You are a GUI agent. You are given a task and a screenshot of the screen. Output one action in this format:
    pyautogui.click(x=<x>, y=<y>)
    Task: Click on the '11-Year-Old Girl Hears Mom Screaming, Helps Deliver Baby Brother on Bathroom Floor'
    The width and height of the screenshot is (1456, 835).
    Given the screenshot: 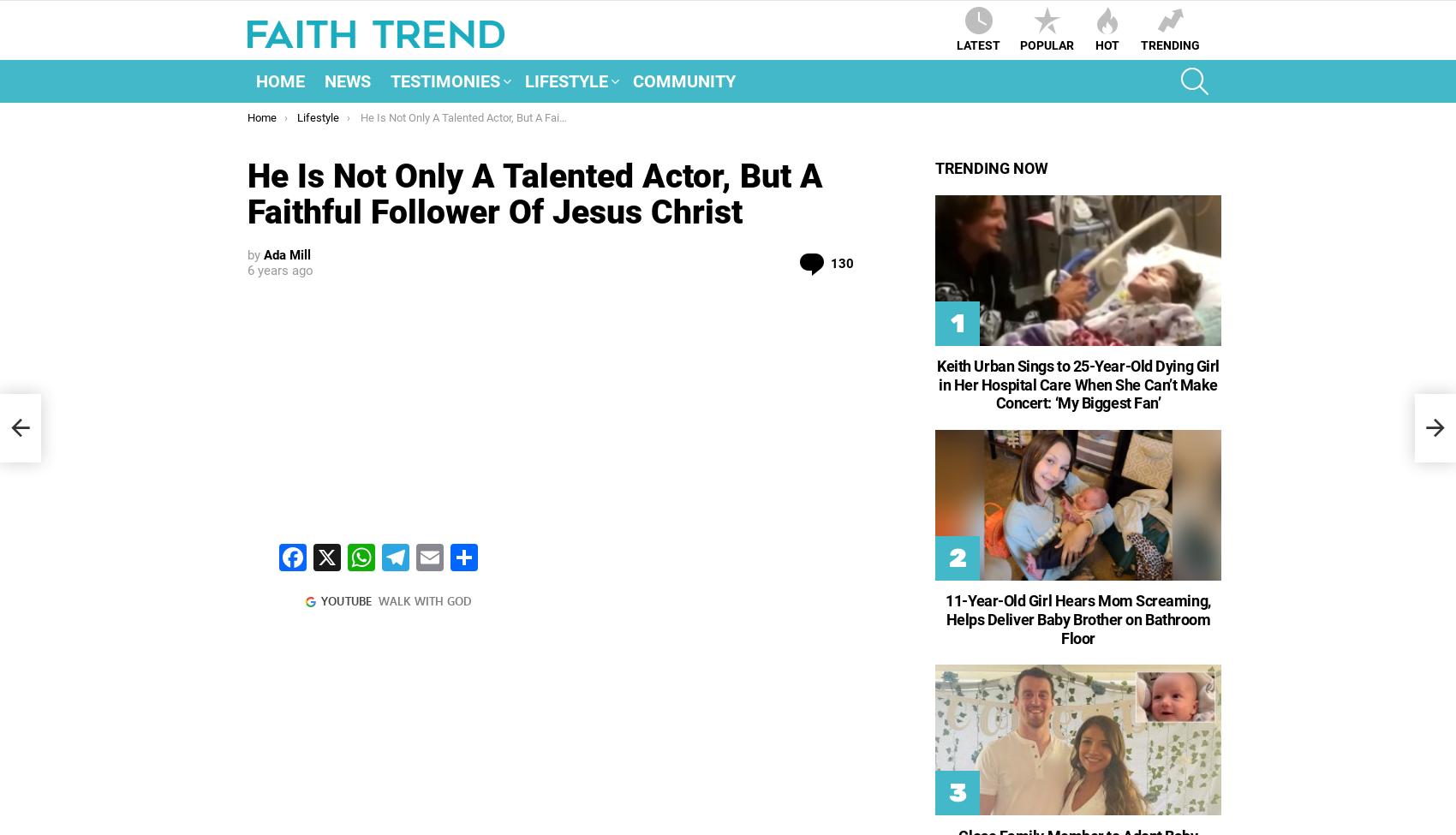 What is the action you would take?
    pyautogui.click(x=1077, y=617)
    